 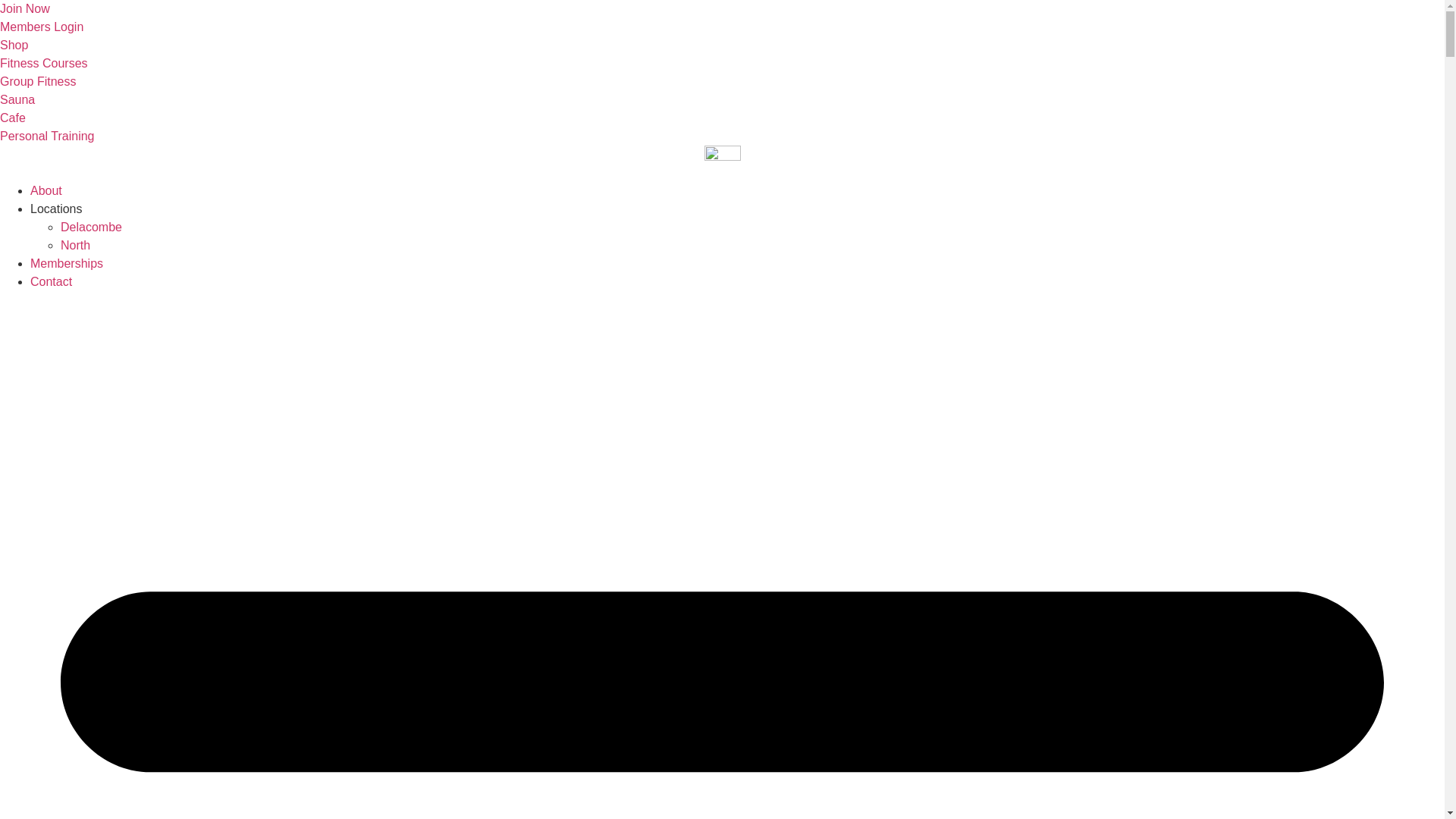 I want to click on 'Sauna', so click(x=17, y=99).